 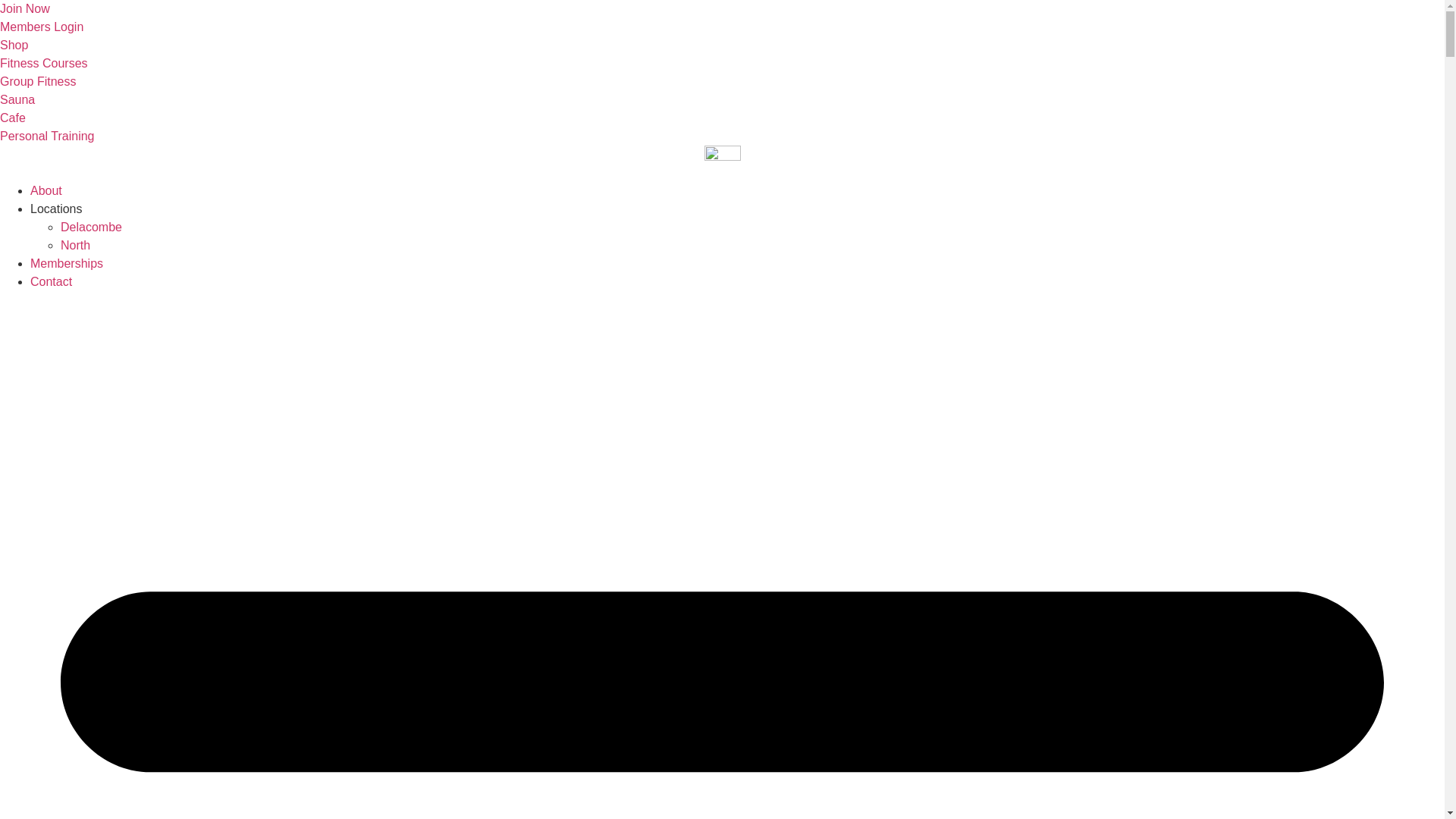 I want to click on 'Sauna', so click(x=17, y=99).